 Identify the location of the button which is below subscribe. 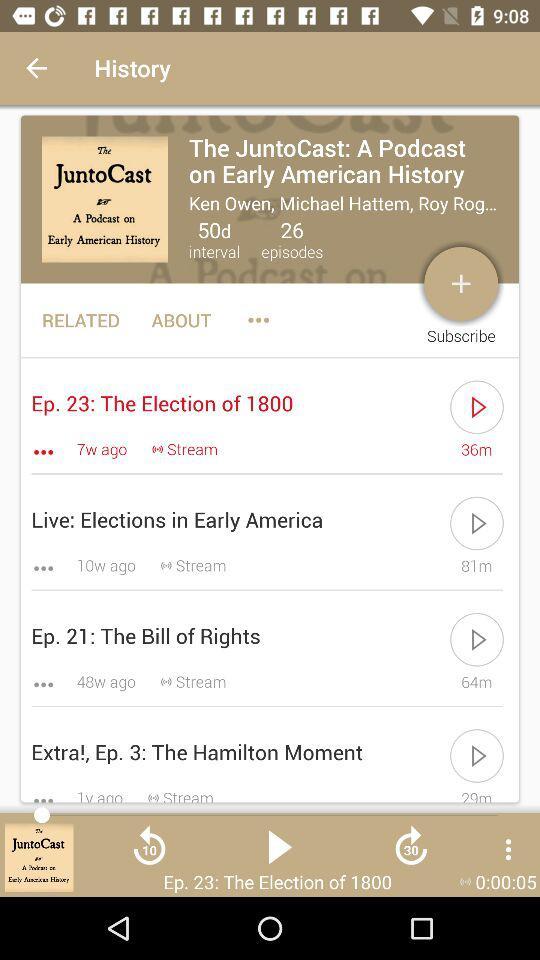
(476, 406).